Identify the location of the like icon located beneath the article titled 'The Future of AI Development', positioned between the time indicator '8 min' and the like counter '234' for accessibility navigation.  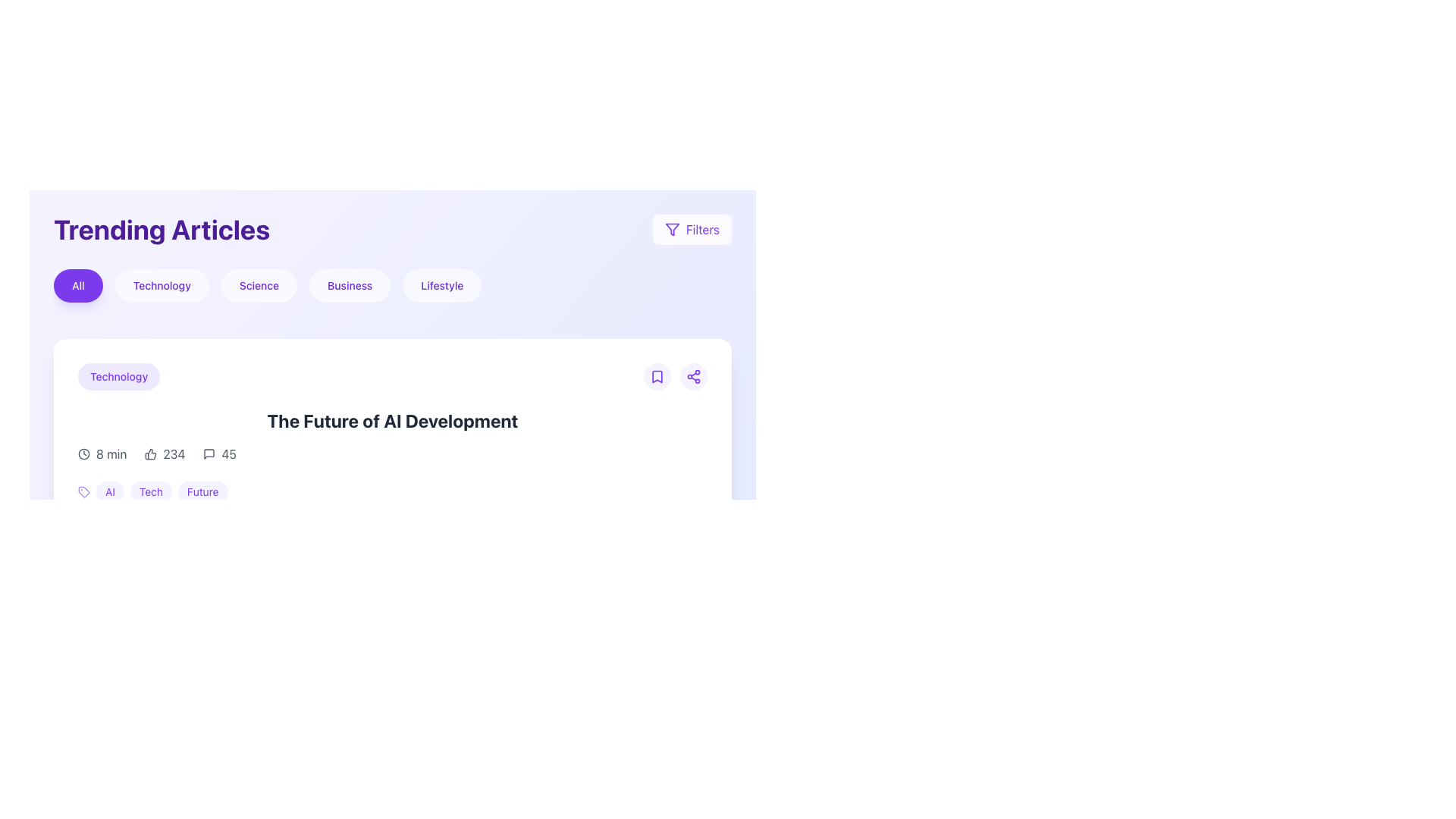
(151, 453).